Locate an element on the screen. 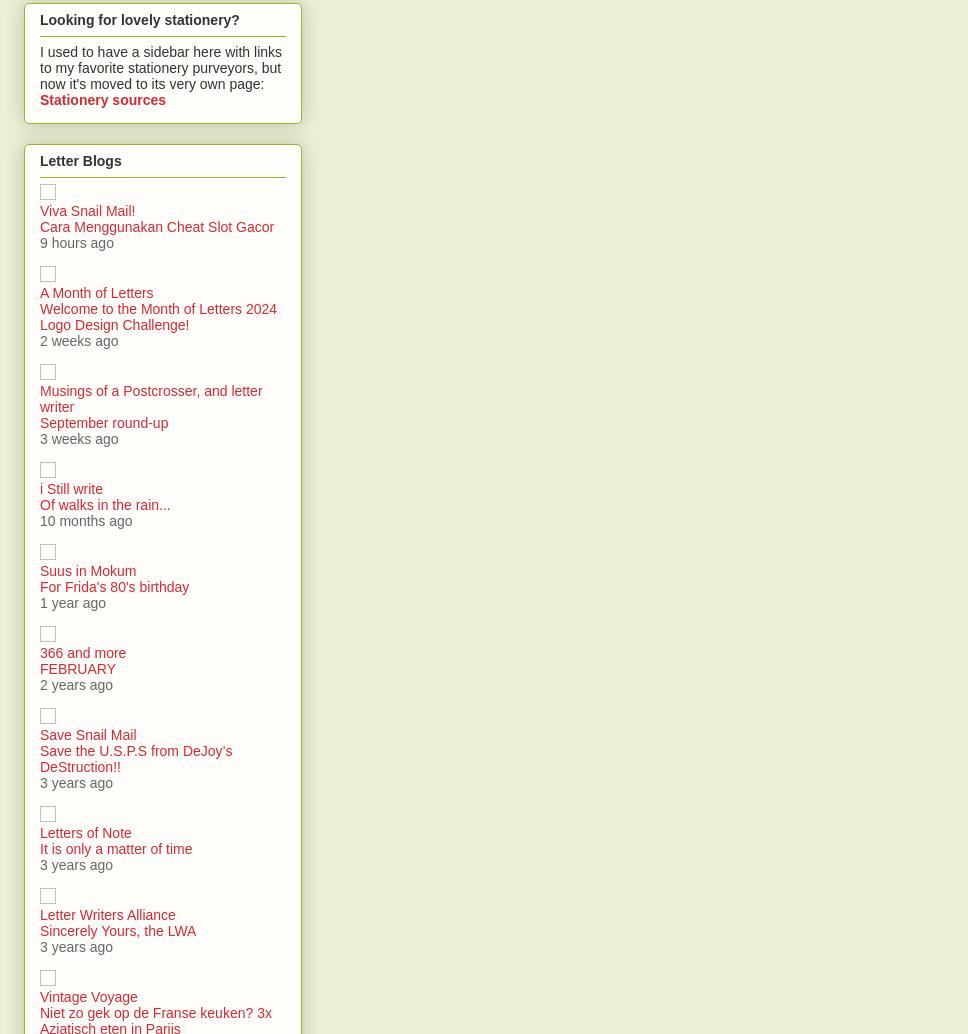 This screenshot has width=968, height=1034. '9 hours ago' is located at coordinates (39, 242).